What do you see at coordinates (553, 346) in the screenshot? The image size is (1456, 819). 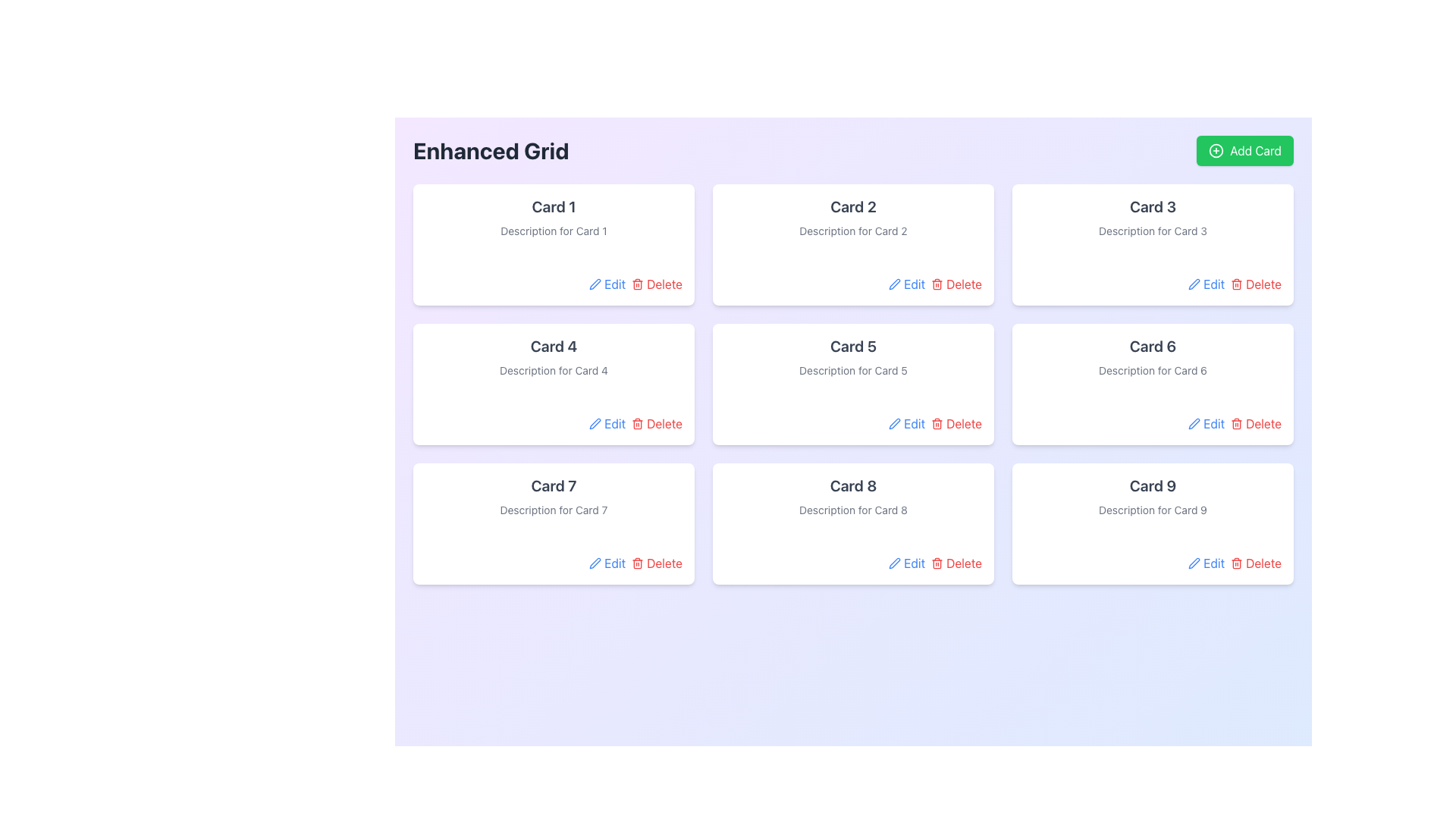 I see `text of the heading 'Card 4' which is styled in bold and located above the related content in the first column of the middle row of the grid` at bounding box center [553, 346].